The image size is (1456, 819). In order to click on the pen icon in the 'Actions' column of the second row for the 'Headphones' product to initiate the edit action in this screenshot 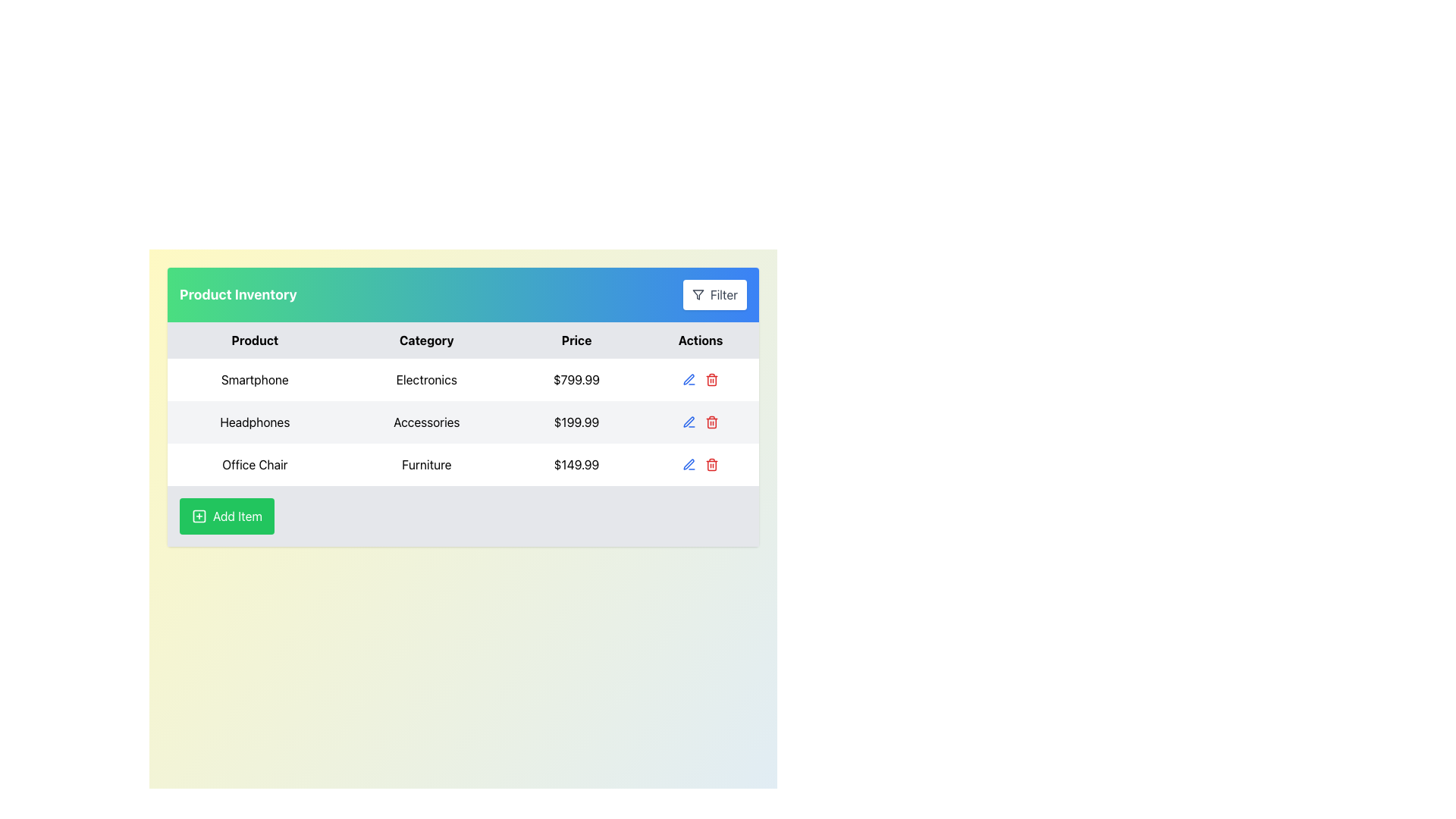, I will do `click(688, 378)`.